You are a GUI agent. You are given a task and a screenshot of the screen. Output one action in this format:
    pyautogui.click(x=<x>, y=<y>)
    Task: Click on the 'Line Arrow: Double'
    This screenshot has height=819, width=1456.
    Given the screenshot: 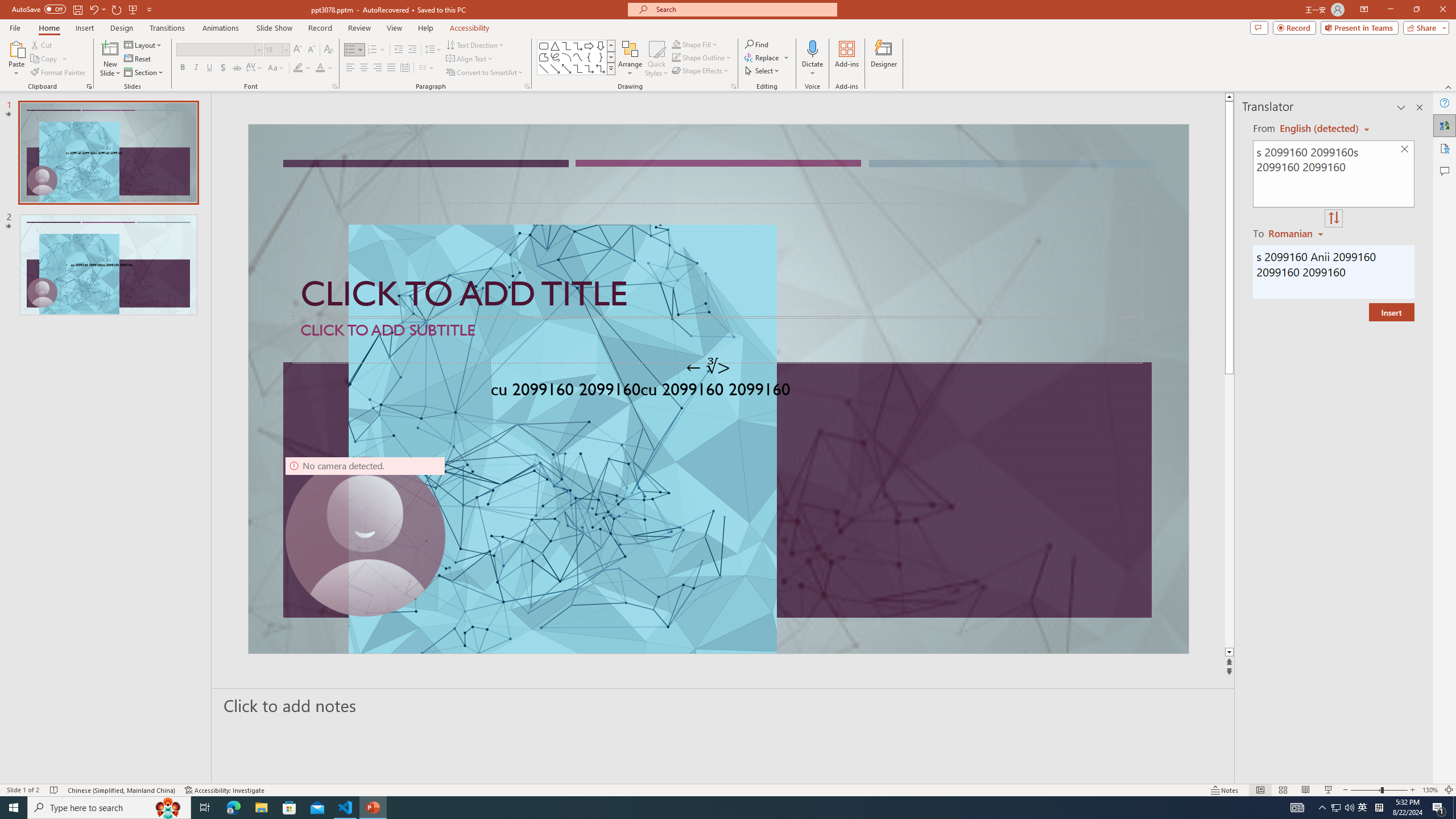 What is the action you would take?
    pyautogui.click(x=565, y=68)
    